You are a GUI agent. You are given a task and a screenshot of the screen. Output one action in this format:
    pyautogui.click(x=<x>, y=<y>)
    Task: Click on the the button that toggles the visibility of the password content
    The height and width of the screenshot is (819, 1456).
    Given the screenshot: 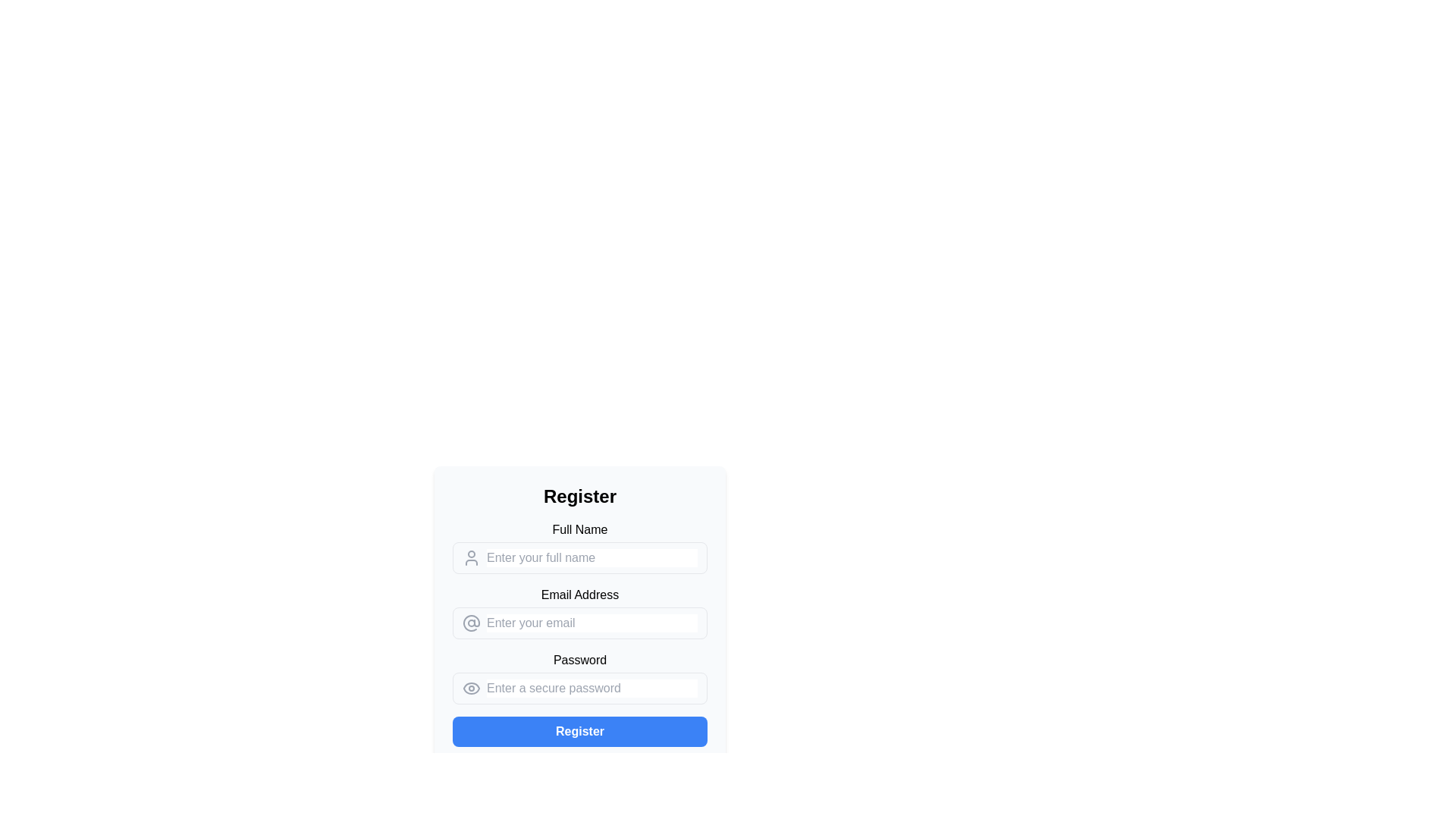 What is the action you would take?
    pyautogui.click(x=471, y=688)
    